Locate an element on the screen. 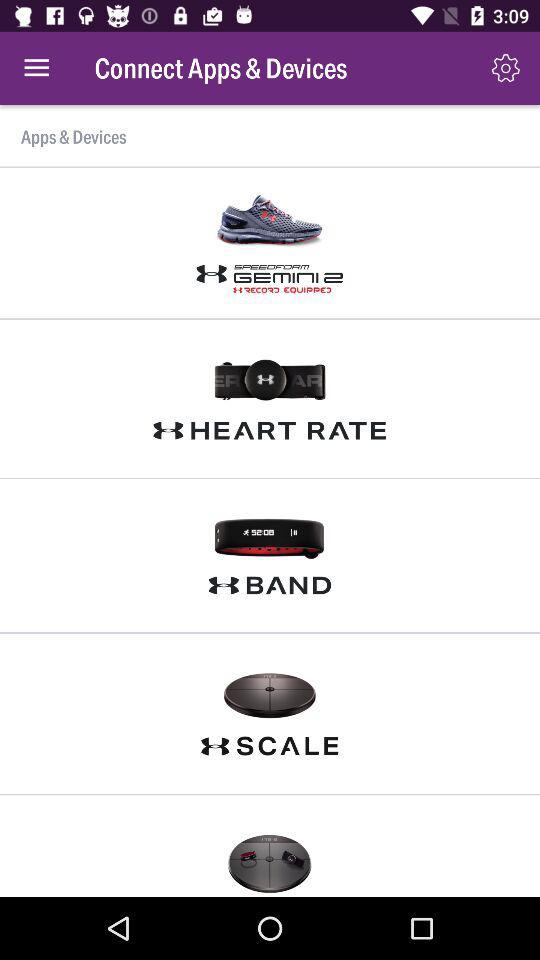 Image resolution: width=540 pixels, height=960 pixels. item to the right of connect apps & devices is located at coordinates (504, 68).